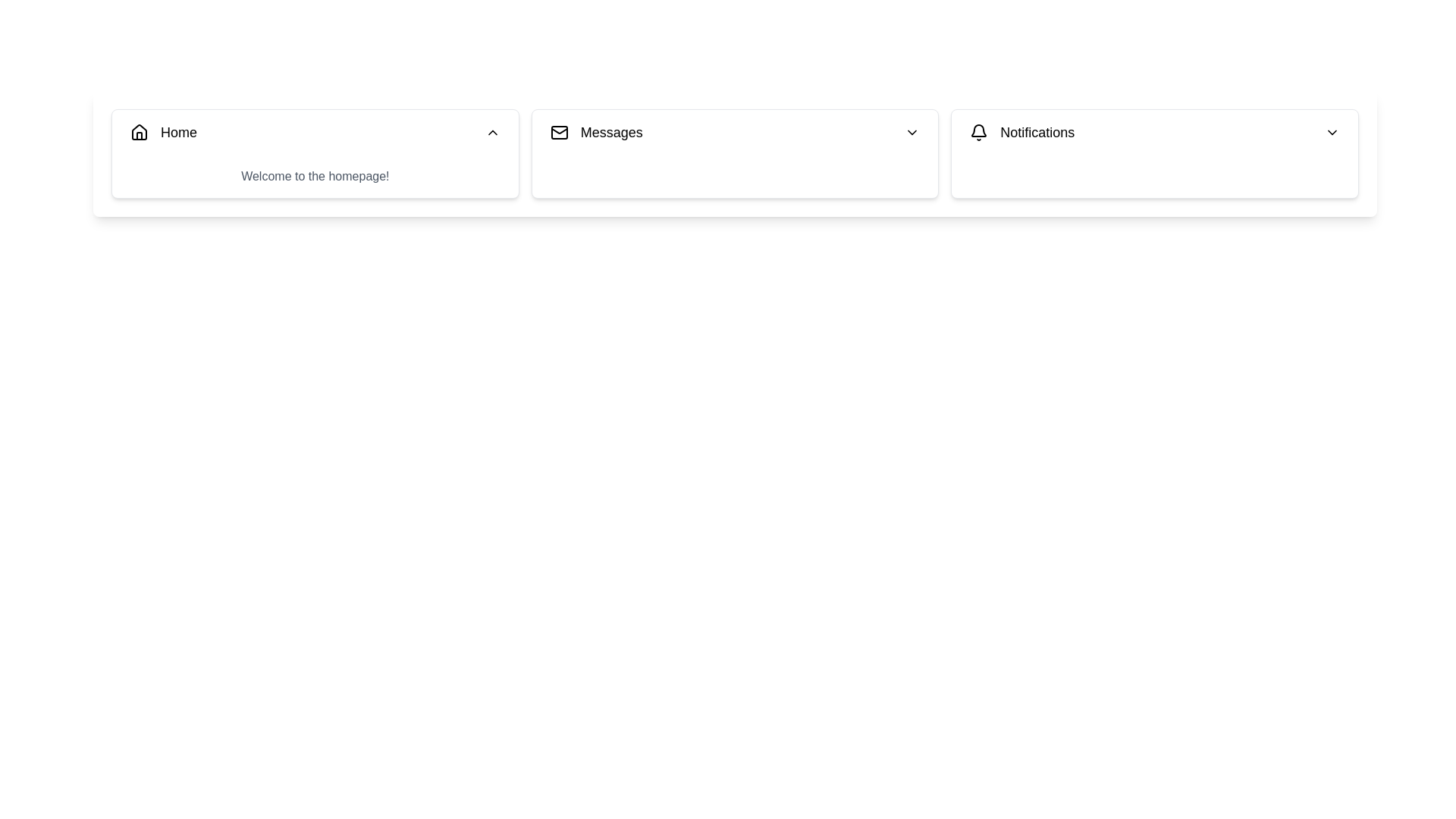 This screenshot has height=819, width=1456. What do you see at coordinates (558, 131) in the screenshot?
I see `the mail icon, which is a line drawing of an envelope located to the left of the 'Messages' text in the middle tab of the navigation layout` at bounding box center [558, 131].